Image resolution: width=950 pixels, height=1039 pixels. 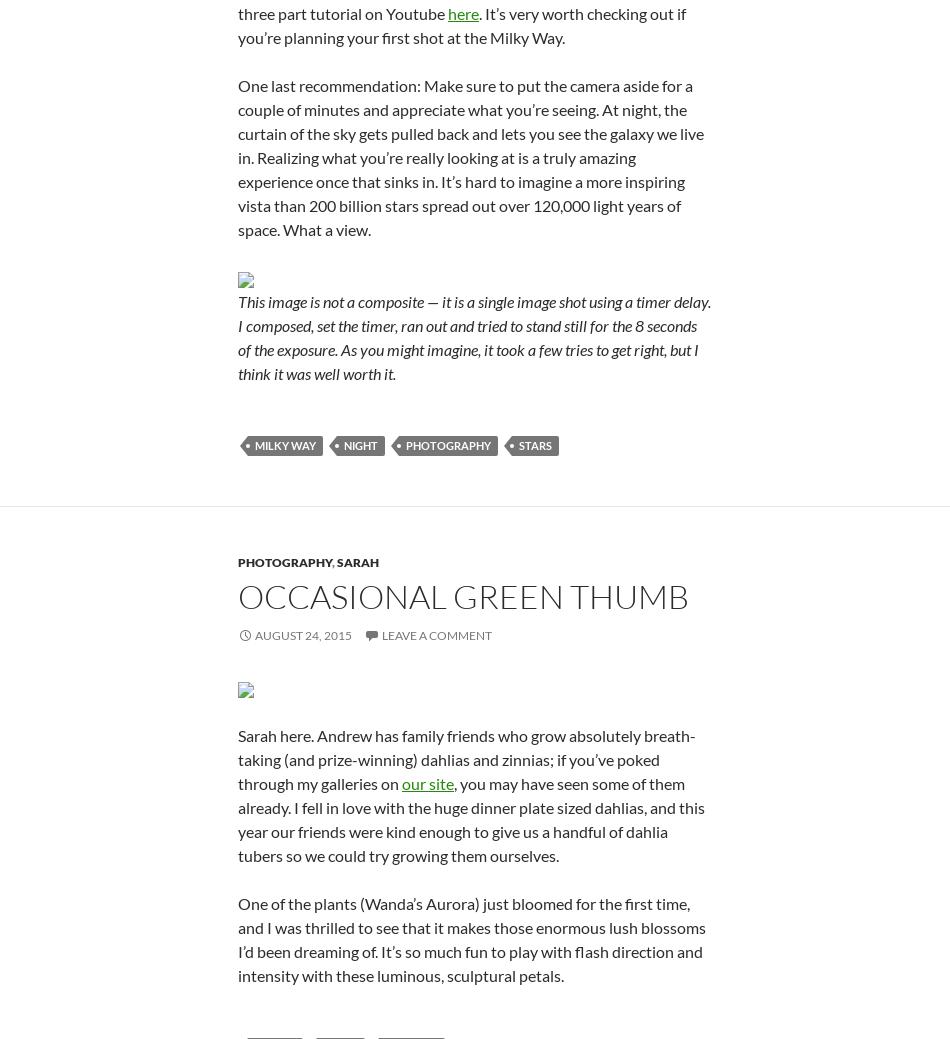 I want to click on 'here', so click(x=462, y=11).